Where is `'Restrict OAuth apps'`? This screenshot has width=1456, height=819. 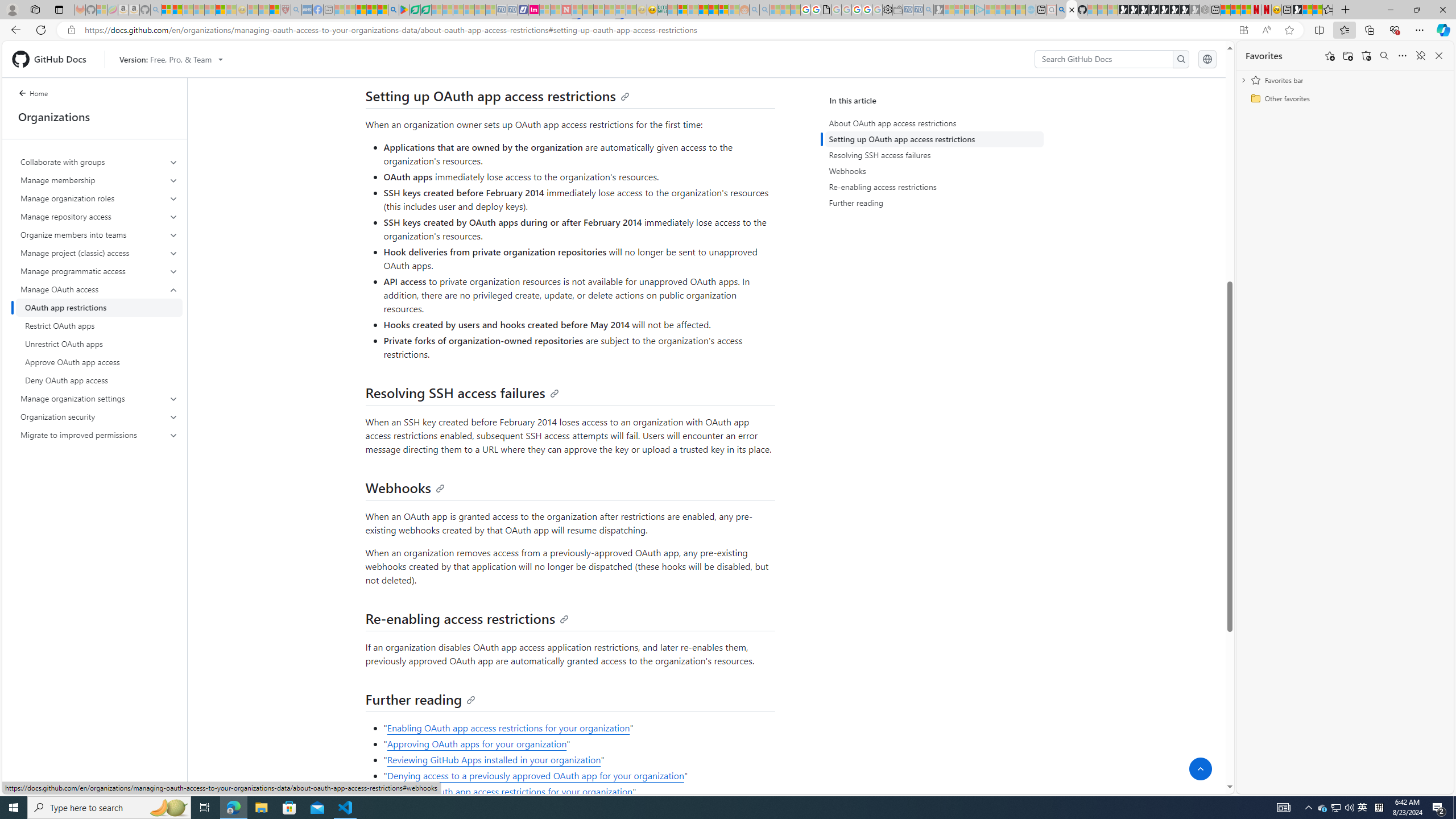 'Restrict OAuth apps' is located at coordinates (99, 325).